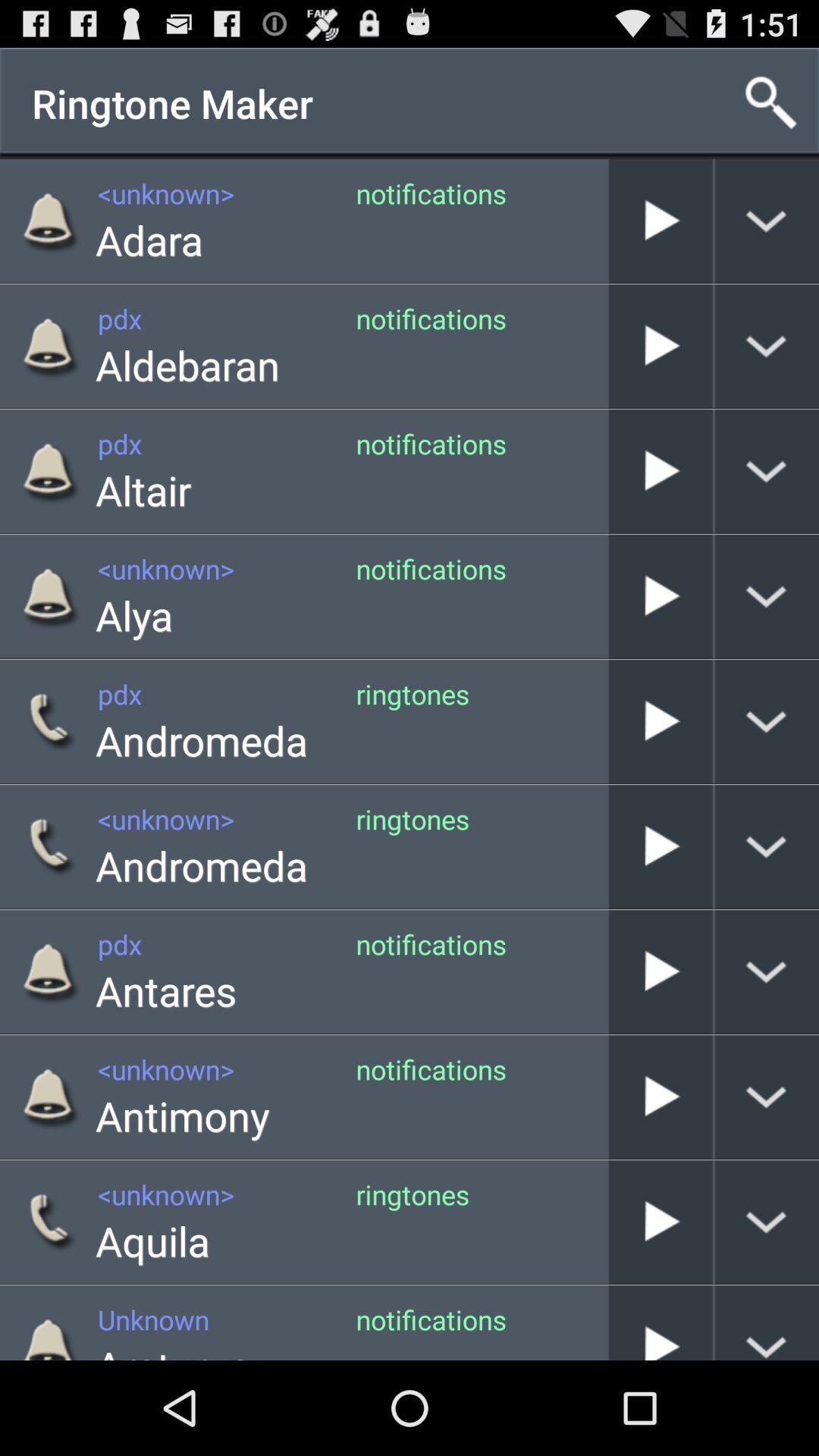 This screenshot has height=1456, width=819. Describe the element at coordinates (767, 1222) in the screenshot. I see `open menu` at that location.